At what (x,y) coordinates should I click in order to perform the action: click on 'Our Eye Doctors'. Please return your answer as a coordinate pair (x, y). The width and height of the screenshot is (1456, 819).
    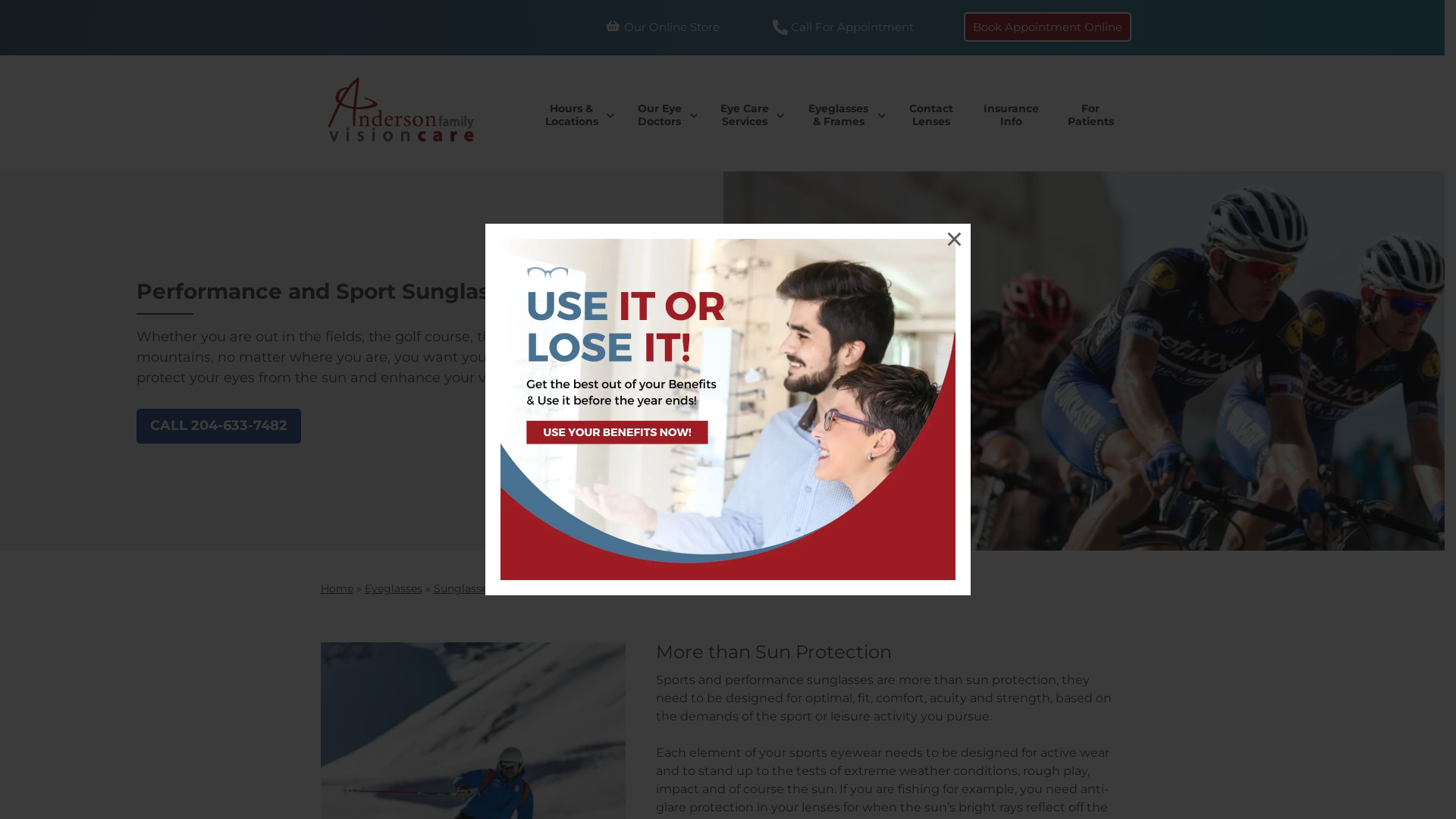
    Looking at the image, I should click on (663, 114).